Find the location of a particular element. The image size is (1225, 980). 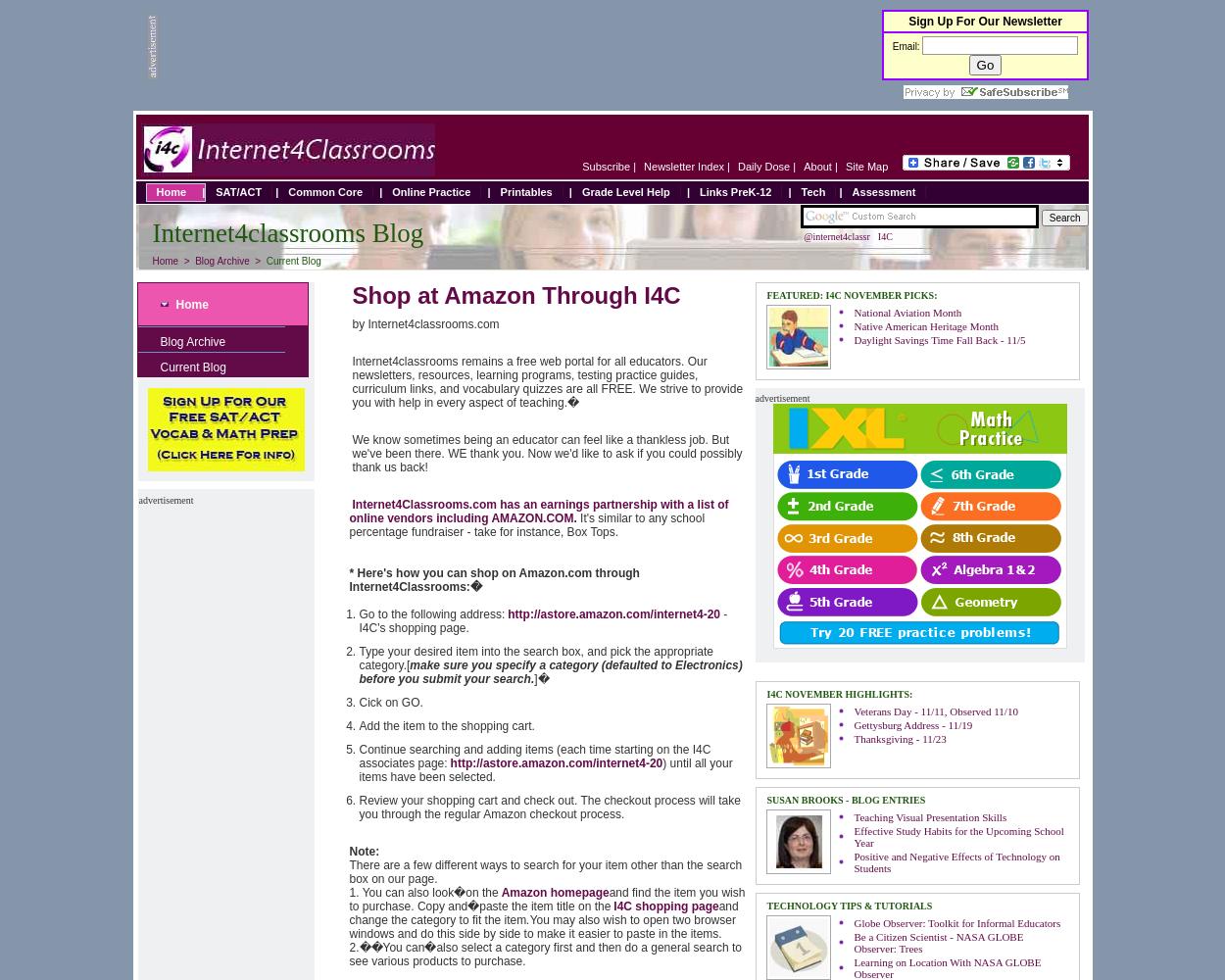

'Be a Citizen Scientist - NASA GLOBE Observer: Trees' is located at coordinates (937, 942).